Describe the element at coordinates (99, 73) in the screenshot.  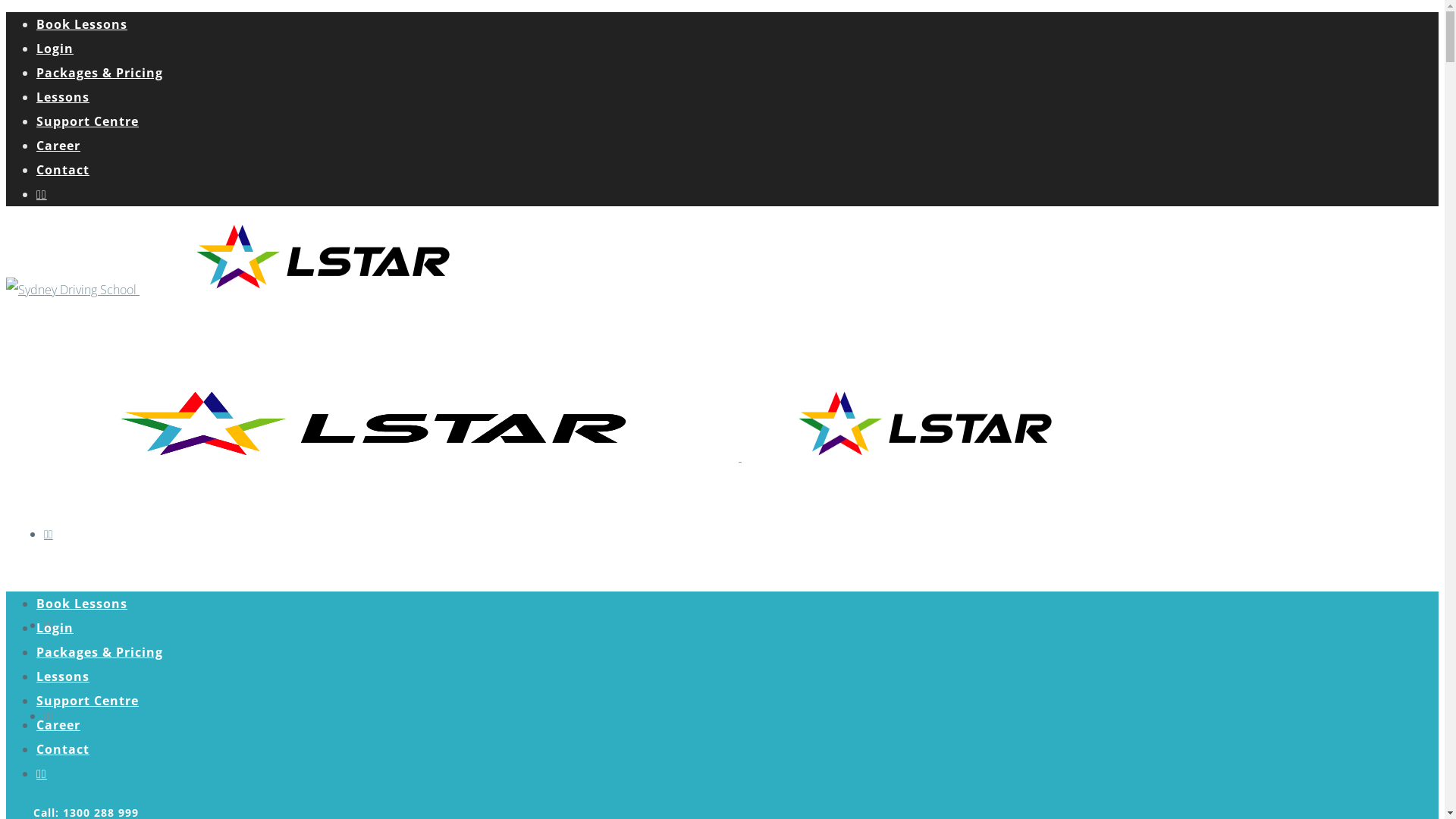
I see `'Packages & Pricing'` at that location.